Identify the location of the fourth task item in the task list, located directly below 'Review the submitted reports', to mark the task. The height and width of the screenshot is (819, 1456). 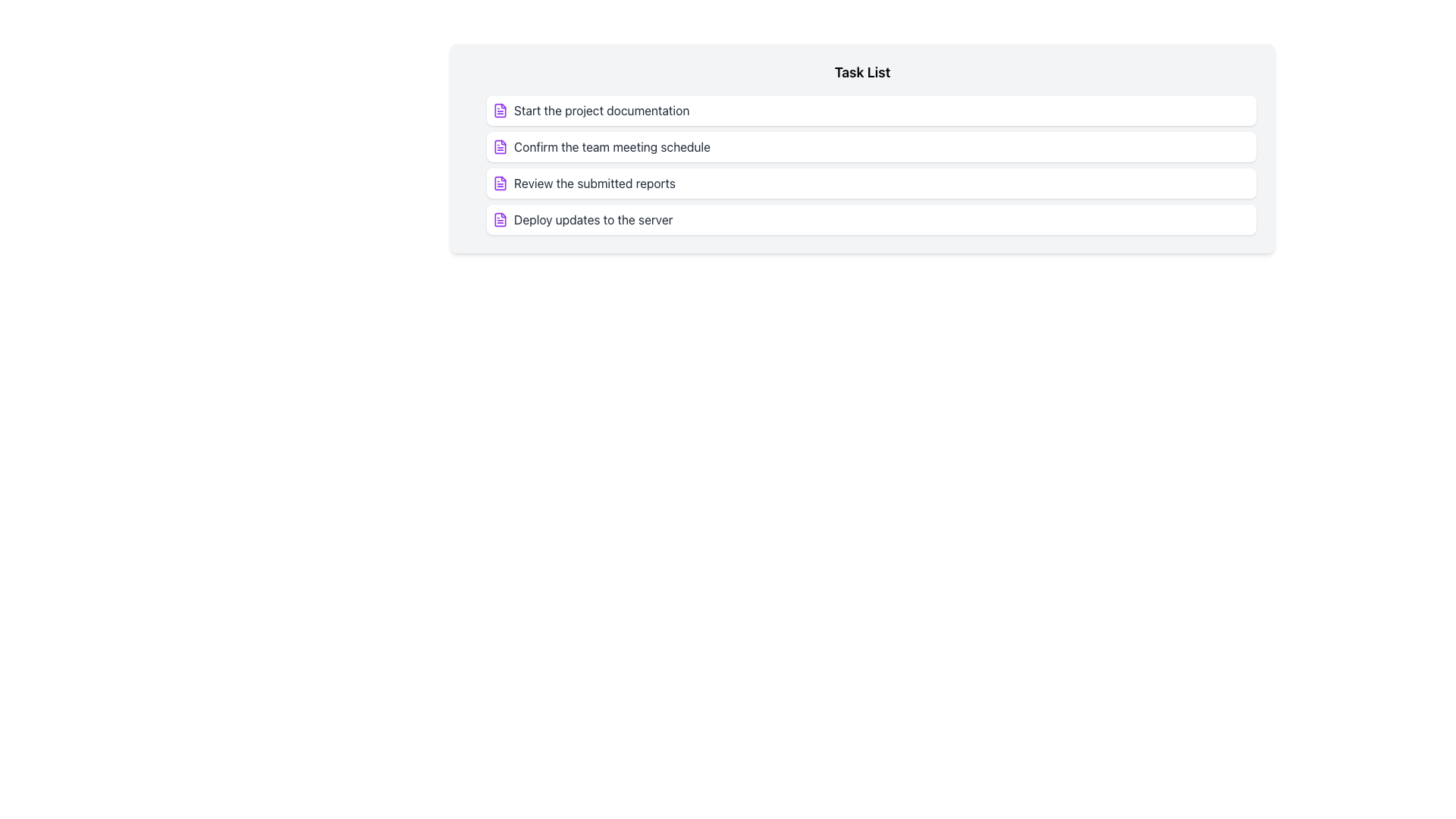
(871, 219).